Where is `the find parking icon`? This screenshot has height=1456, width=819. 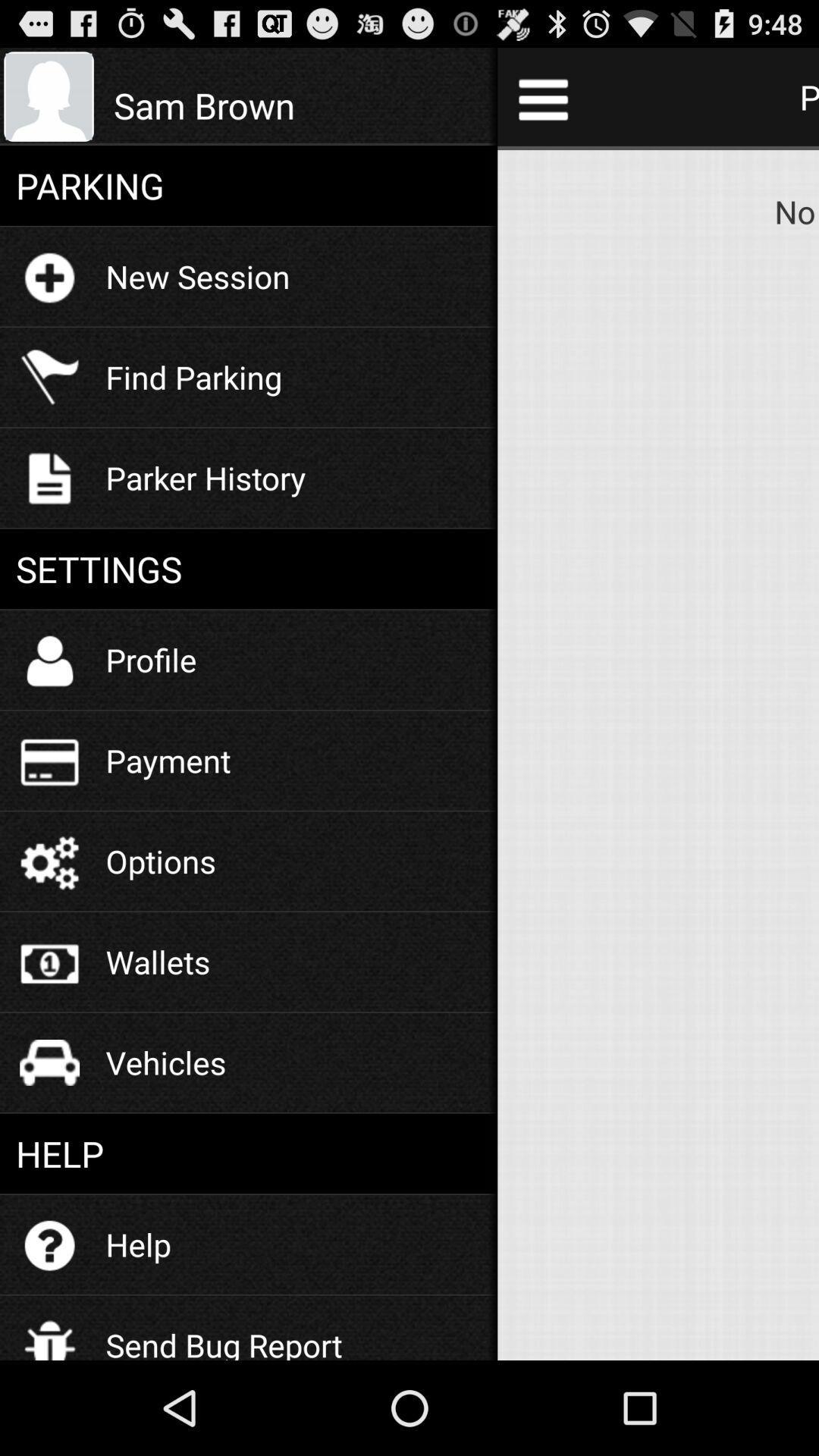 the find parking icon is located at coordinates (193, 377).